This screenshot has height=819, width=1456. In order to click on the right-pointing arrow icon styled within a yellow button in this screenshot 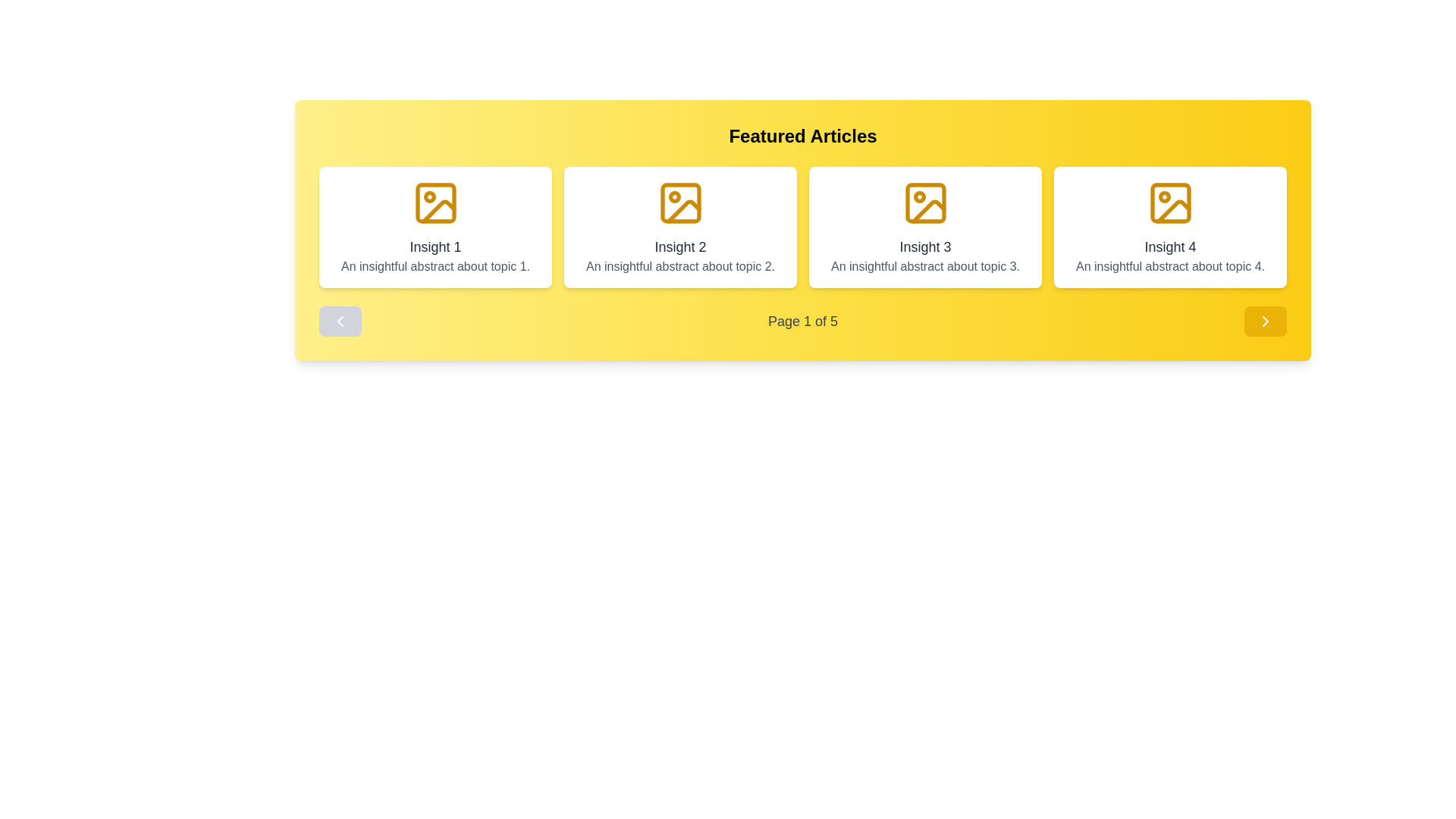, I will do `click(1266, 321)`.